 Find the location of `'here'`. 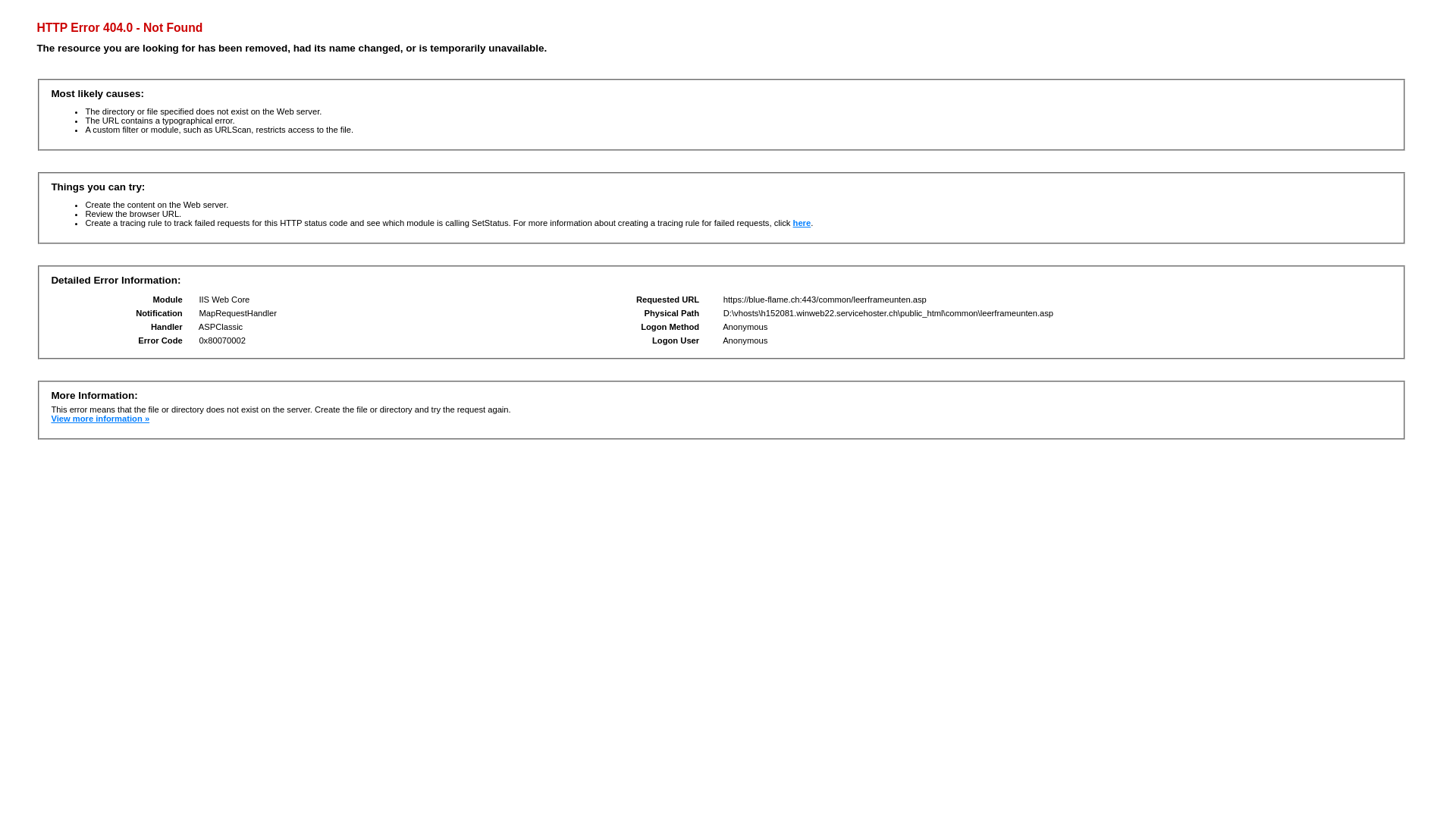

'here' is located at coordinates (801, 222).